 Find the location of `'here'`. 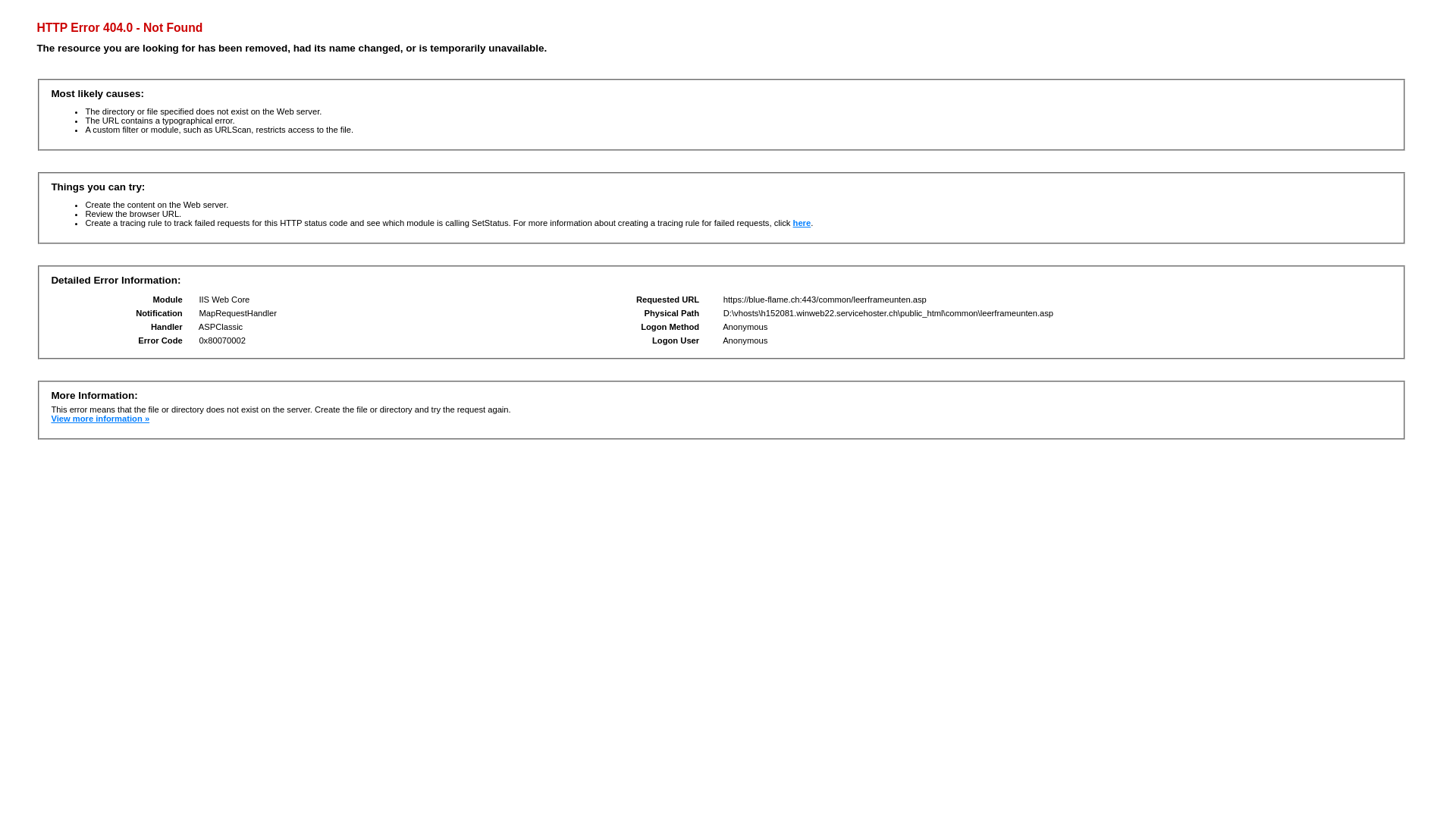

'here' is located at coordinates (801, 222).